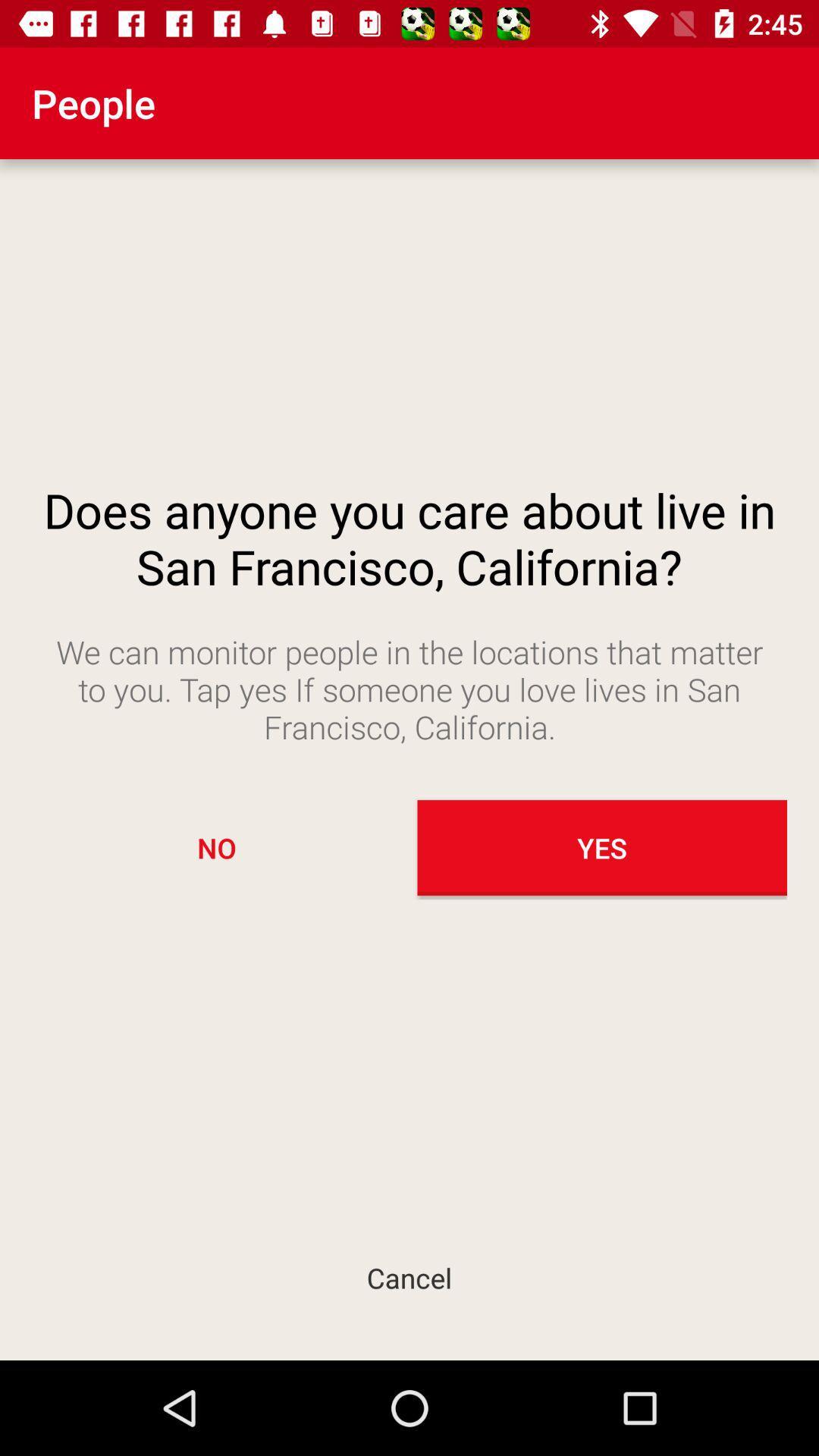 The height and width of the screenshot is (1456, 819). Describe the element at coordinates (409, 1277) in the screenshot. I see `the icon below the no` at that location.